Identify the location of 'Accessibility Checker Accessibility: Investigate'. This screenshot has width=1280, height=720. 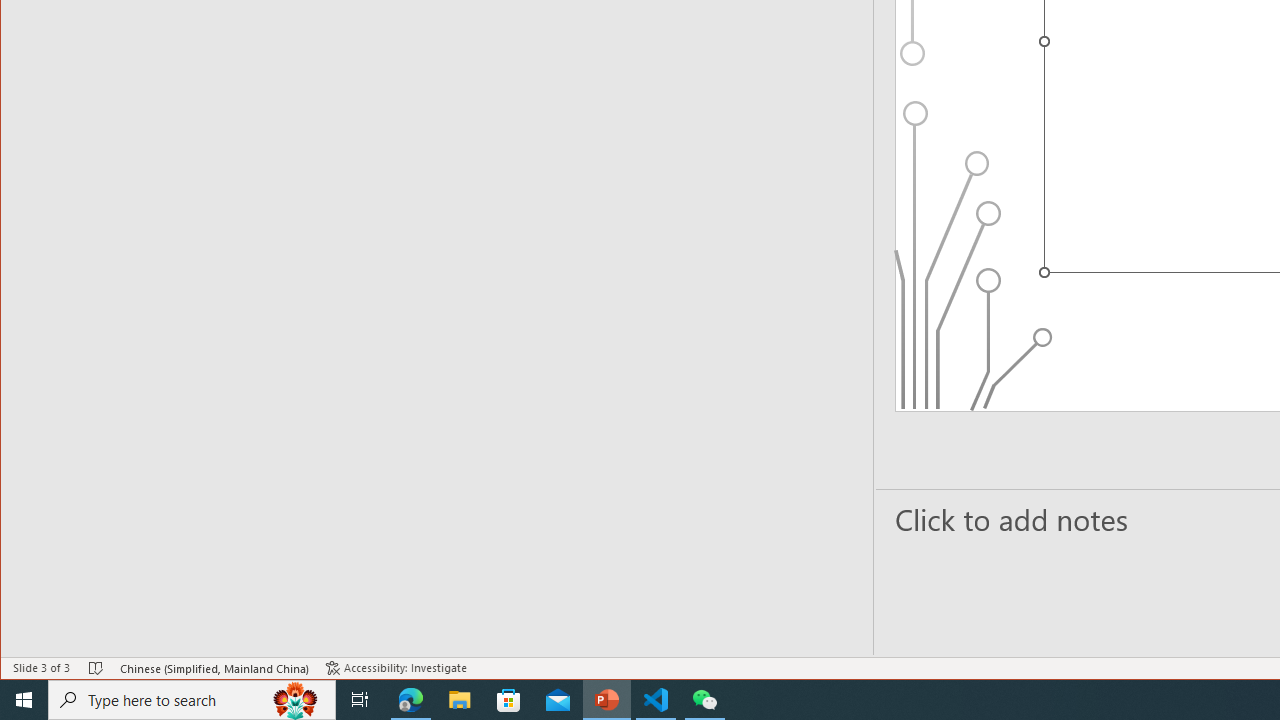
(396, 668).